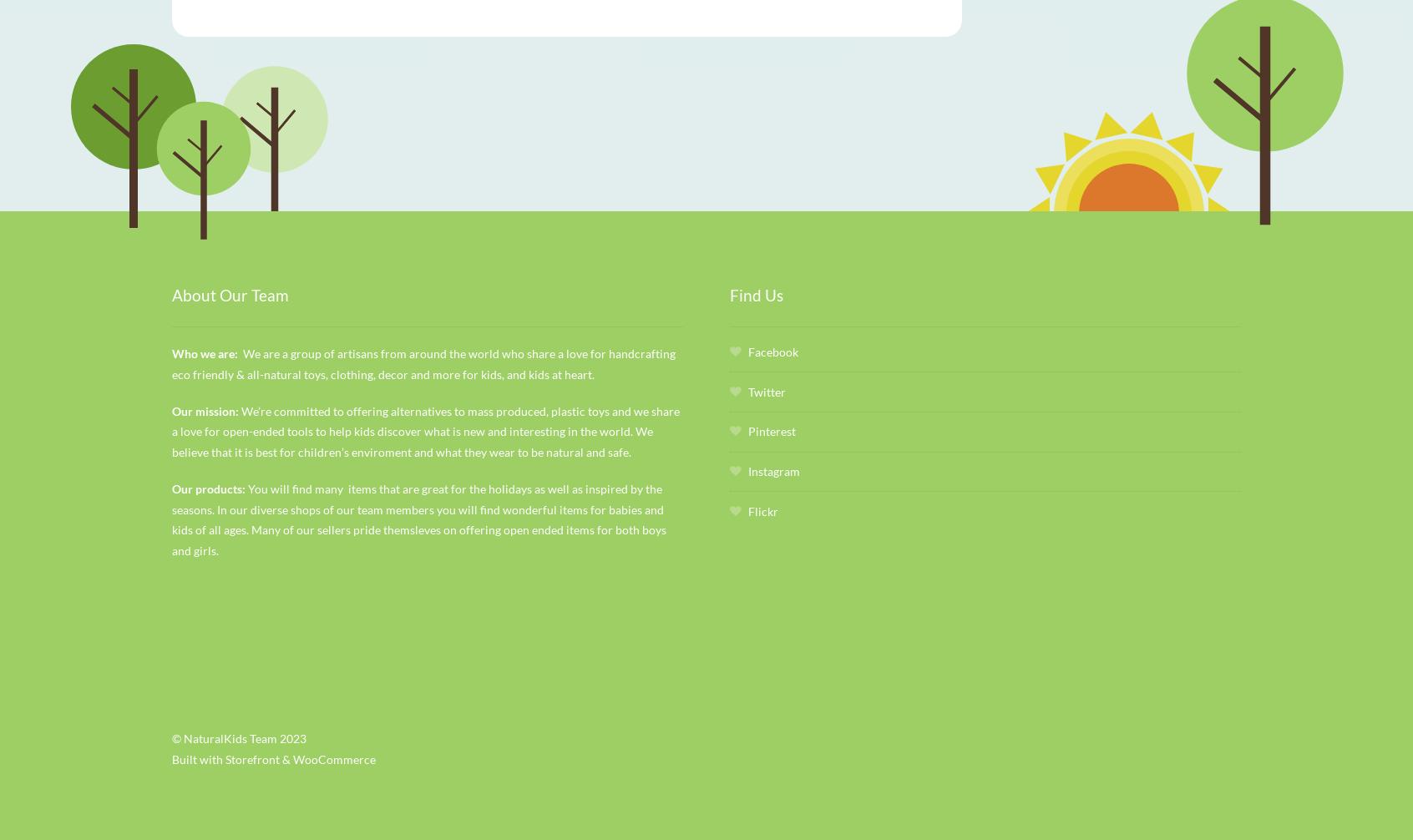  I want to click on 'Who we are:', so click(207, 352).